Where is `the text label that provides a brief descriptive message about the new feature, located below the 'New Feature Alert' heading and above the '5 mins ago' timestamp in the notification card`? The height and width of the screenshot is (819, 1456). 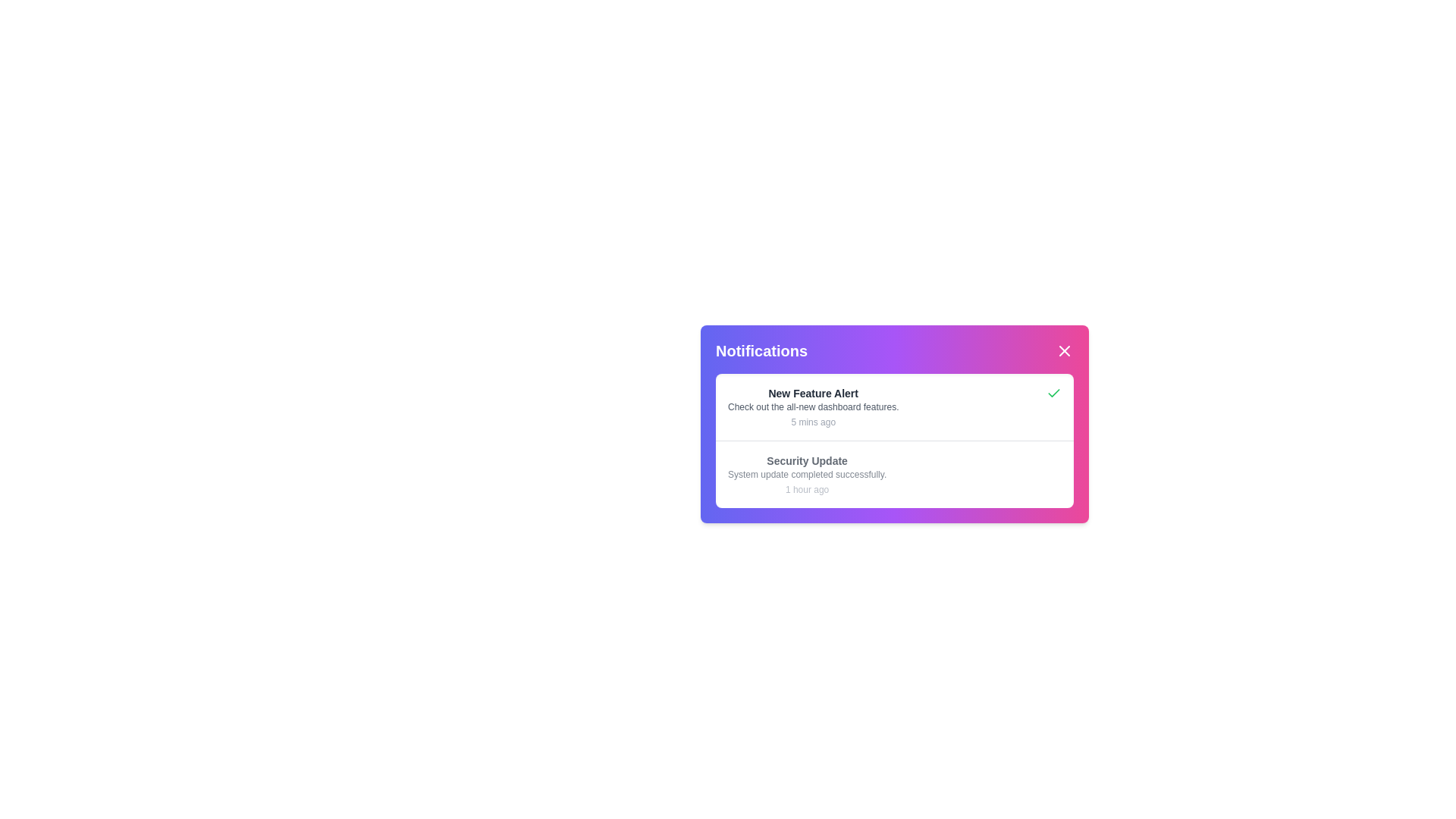
the text label that provides a brief descriptive message about the new feature, located below the 'New Feature Alert' heading and above the '5 mins ago' timestamp in the notification card is located at coordinates (812, 406).